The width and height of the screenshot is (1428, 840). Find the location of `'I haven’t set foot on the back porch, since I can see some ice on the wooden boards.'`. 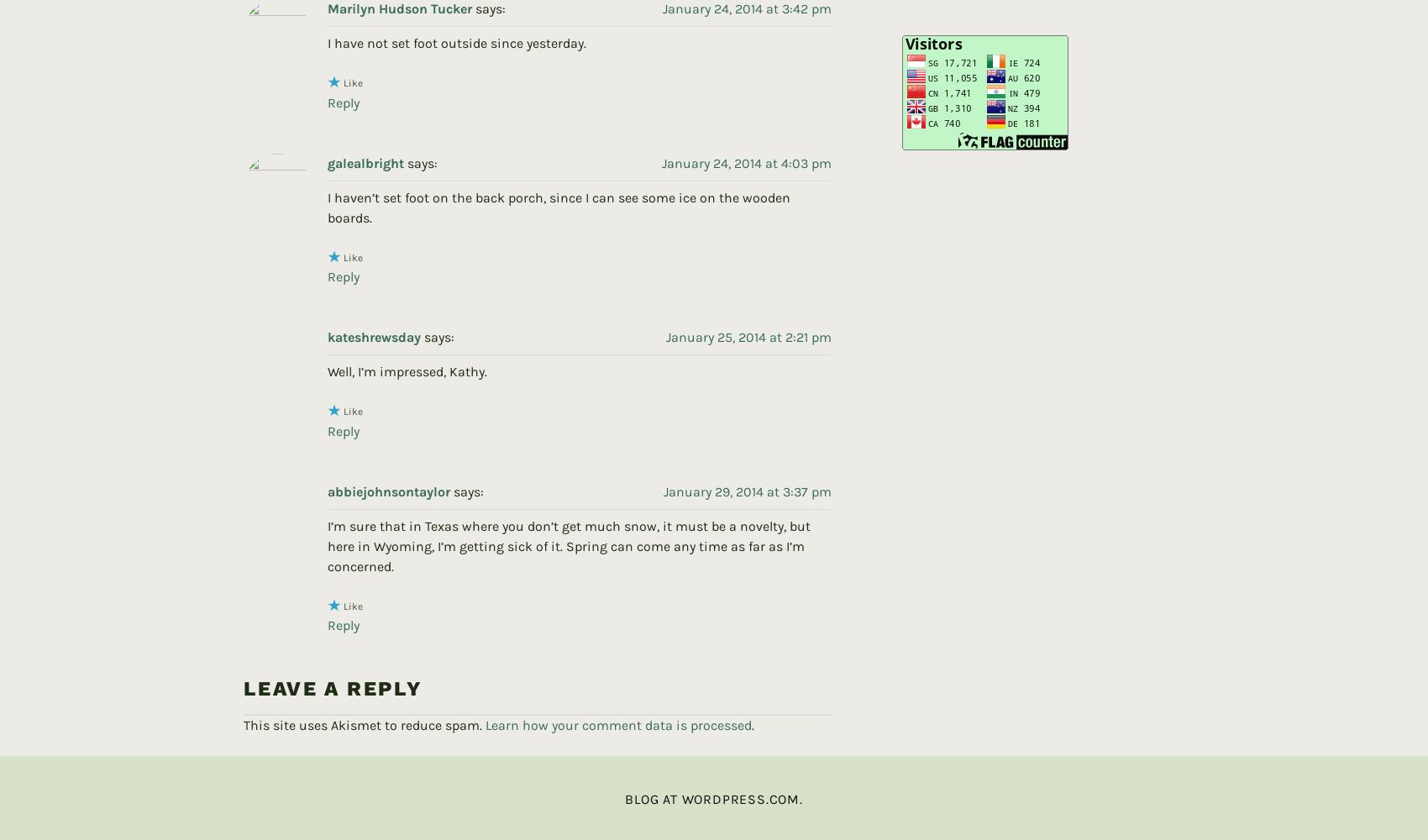

'I haven’t set foot on the back porch, since I can see some ice on the wooden boards.' is located at coordinates (559, 179).